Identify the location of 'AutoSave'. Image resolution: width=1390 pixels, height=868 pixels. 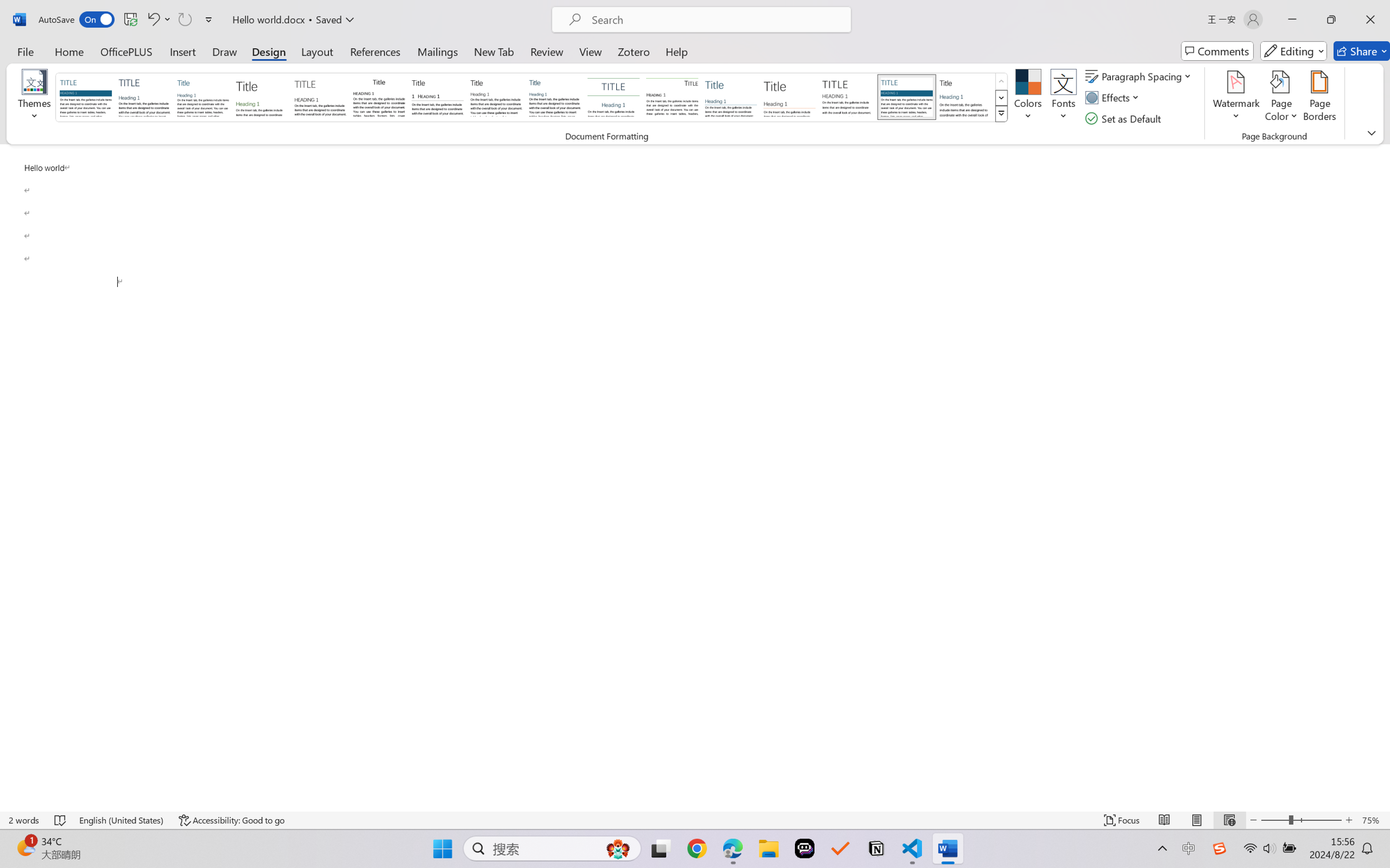
(76, 19).